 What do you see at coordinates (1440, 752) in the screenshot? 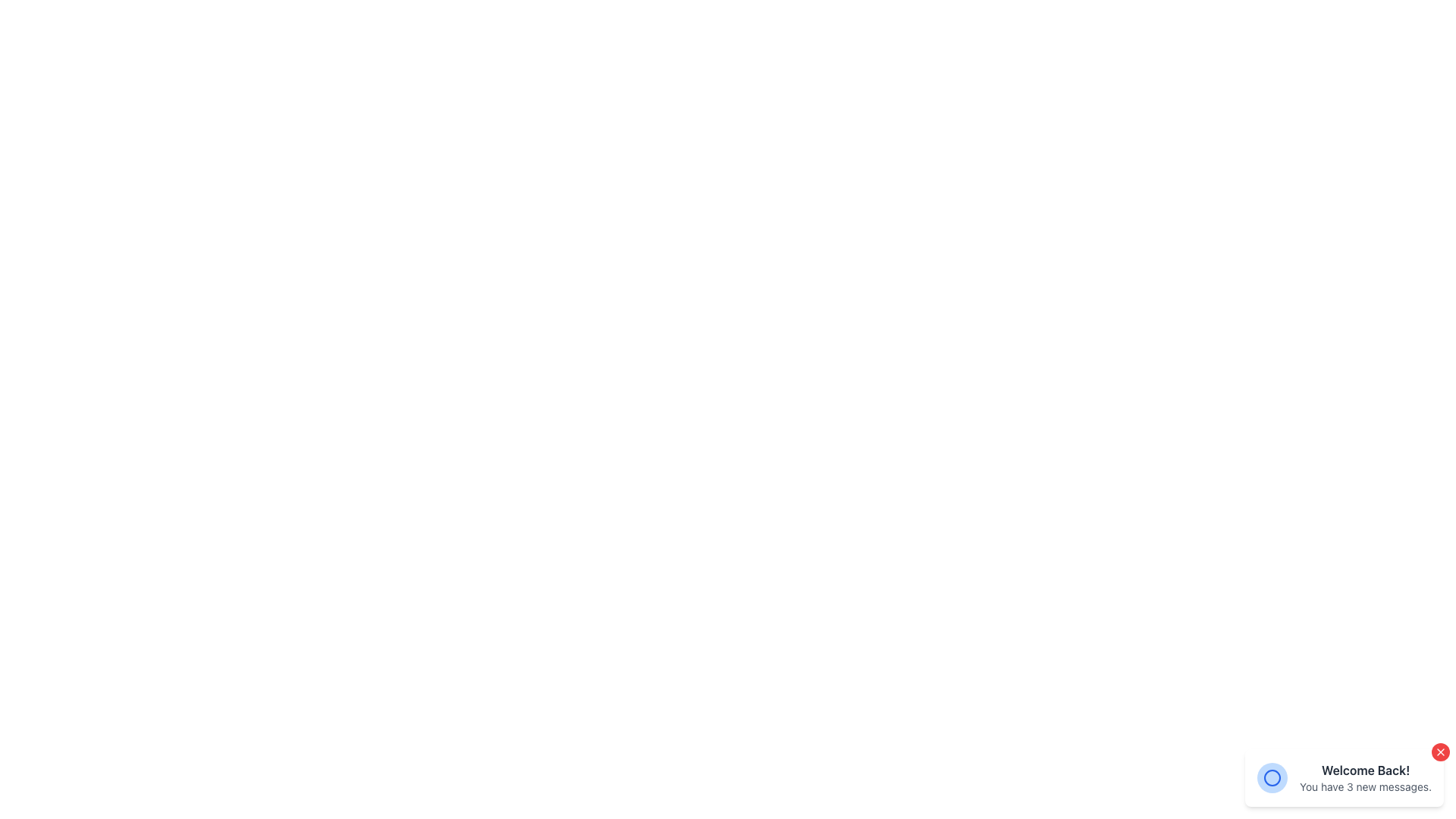
I see `the close icon button located in the top-right corner of the notification panel with the text 'Welcome Back! You have 3 new messages.'` at bounding box center [1440, 752].